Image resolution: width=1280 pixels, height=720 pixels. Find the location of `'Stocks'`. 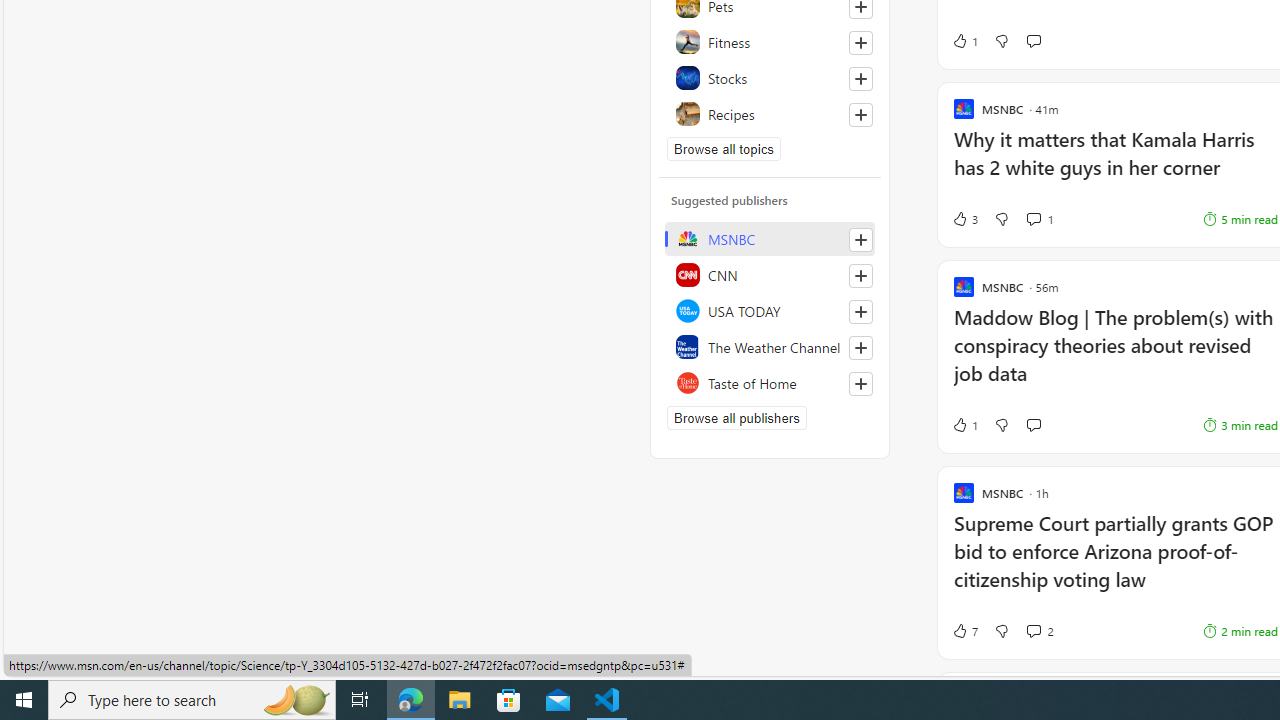

'Stocks' is located at coordinates (769, 77).